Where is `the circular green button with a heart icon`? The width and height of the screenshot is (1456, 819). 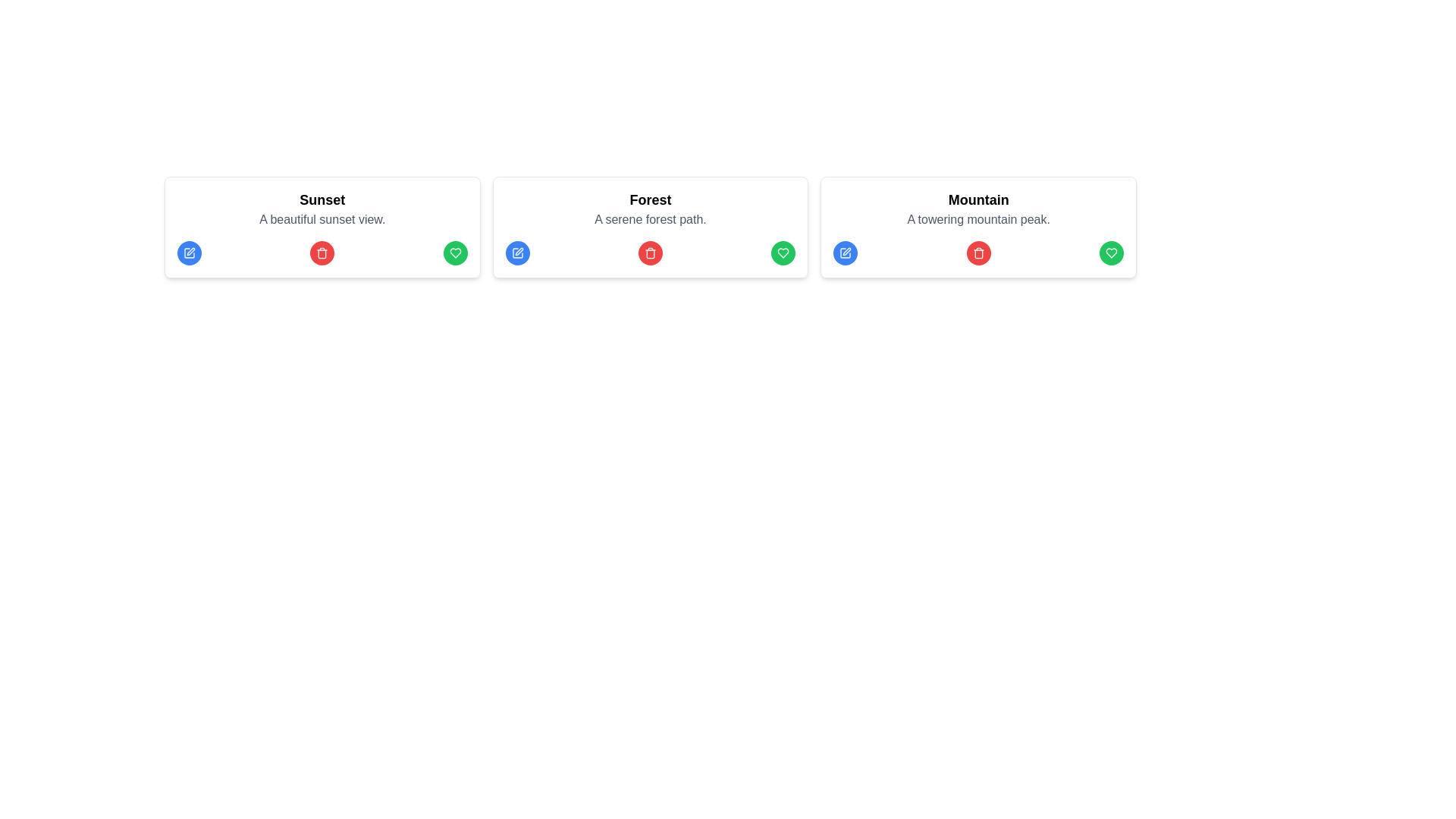 the circular green button with a heart icon is located at coordinates (783, 253).